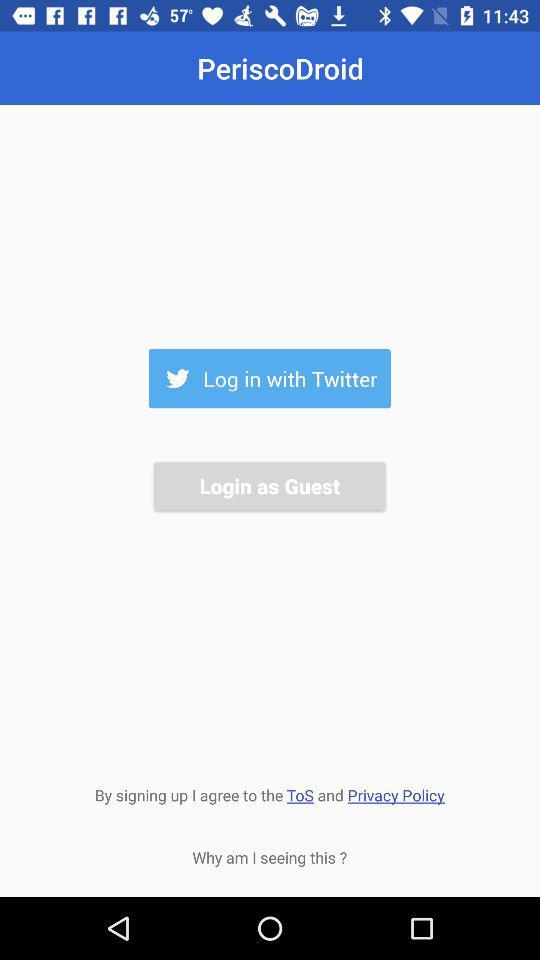  Describe the element at coordinates (269, 484) in the screenshot. I see `login as guest icon` at that location.